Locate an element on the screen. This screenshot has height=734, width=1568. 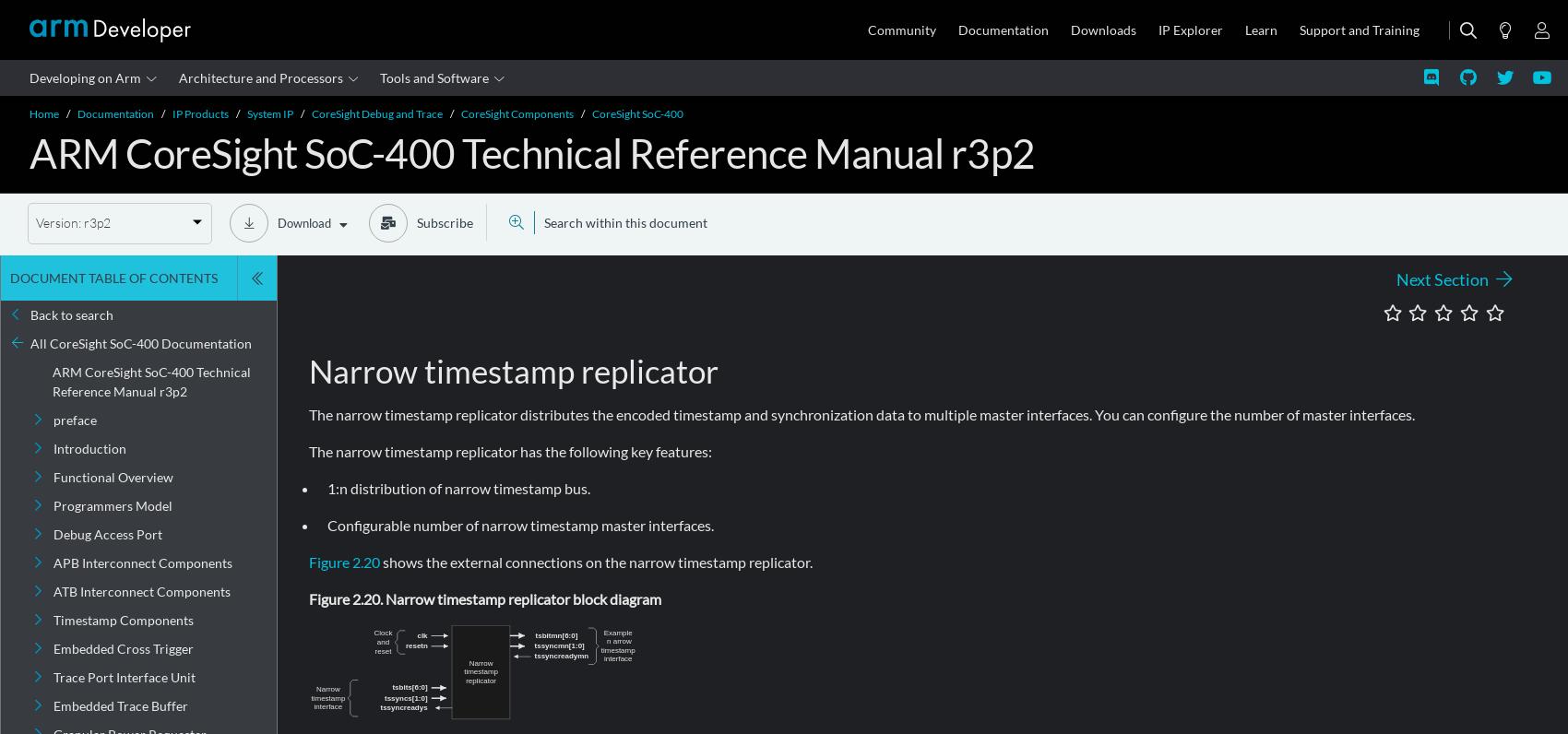
'1:n distribution of narrow timestamp bus.' is located at coordinates (458, 487).